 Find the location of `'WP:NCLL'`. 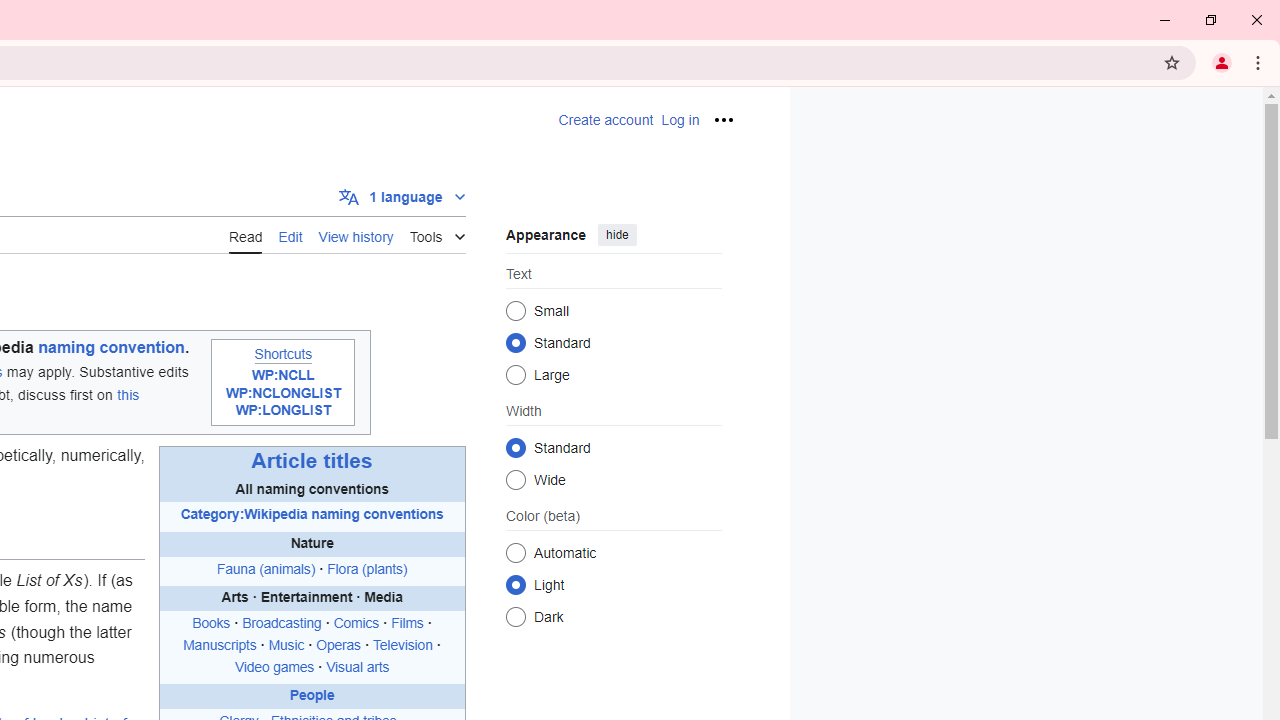

'WP:NCLL' is located at coordinates (281, 375).